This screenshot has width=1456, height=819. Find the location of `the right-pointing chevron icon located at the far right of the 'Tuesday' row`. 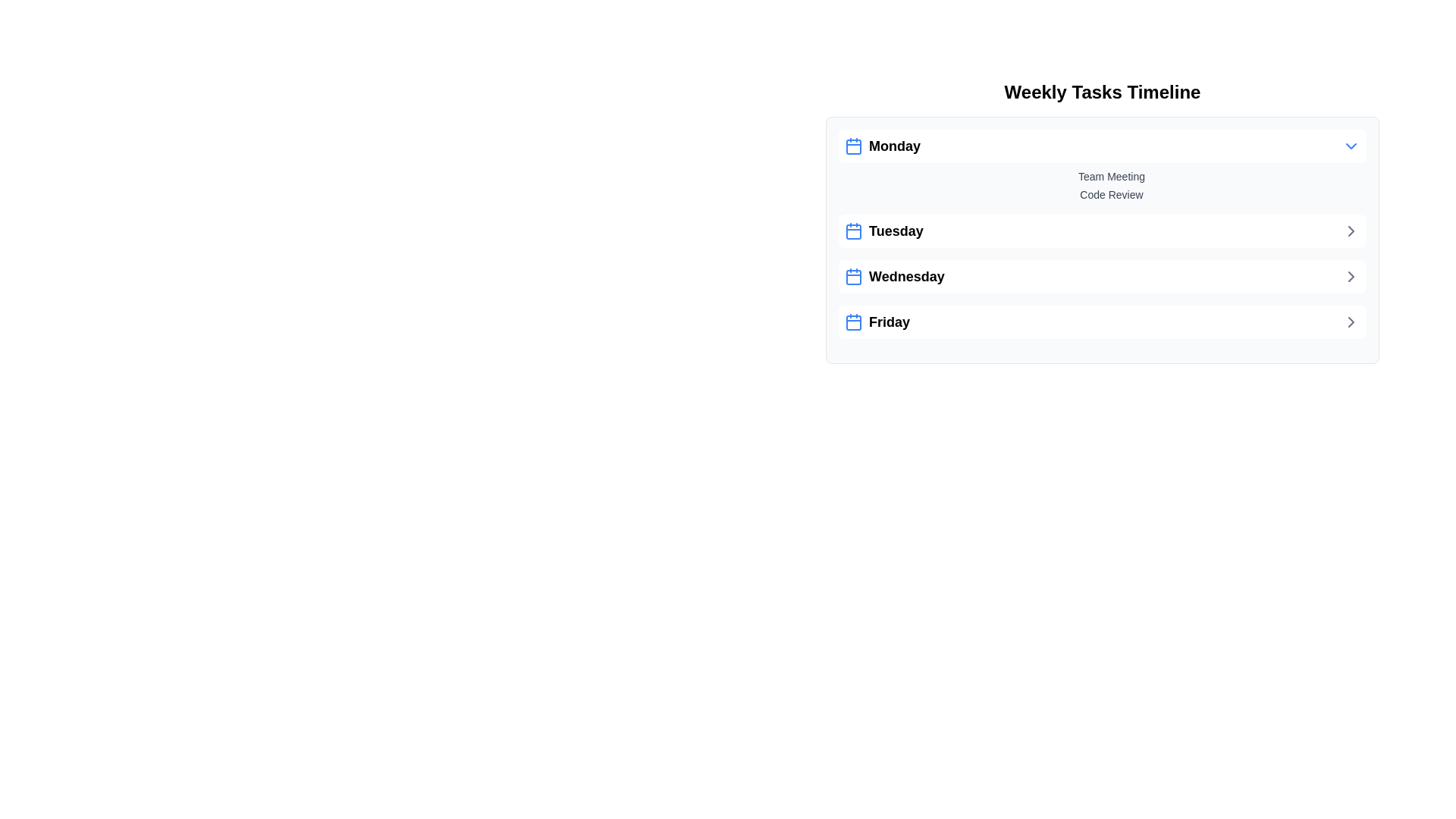

the right-pointing chevron icon located at the far right of the 'Tuesday' row is located at coordinates (1351, 231).